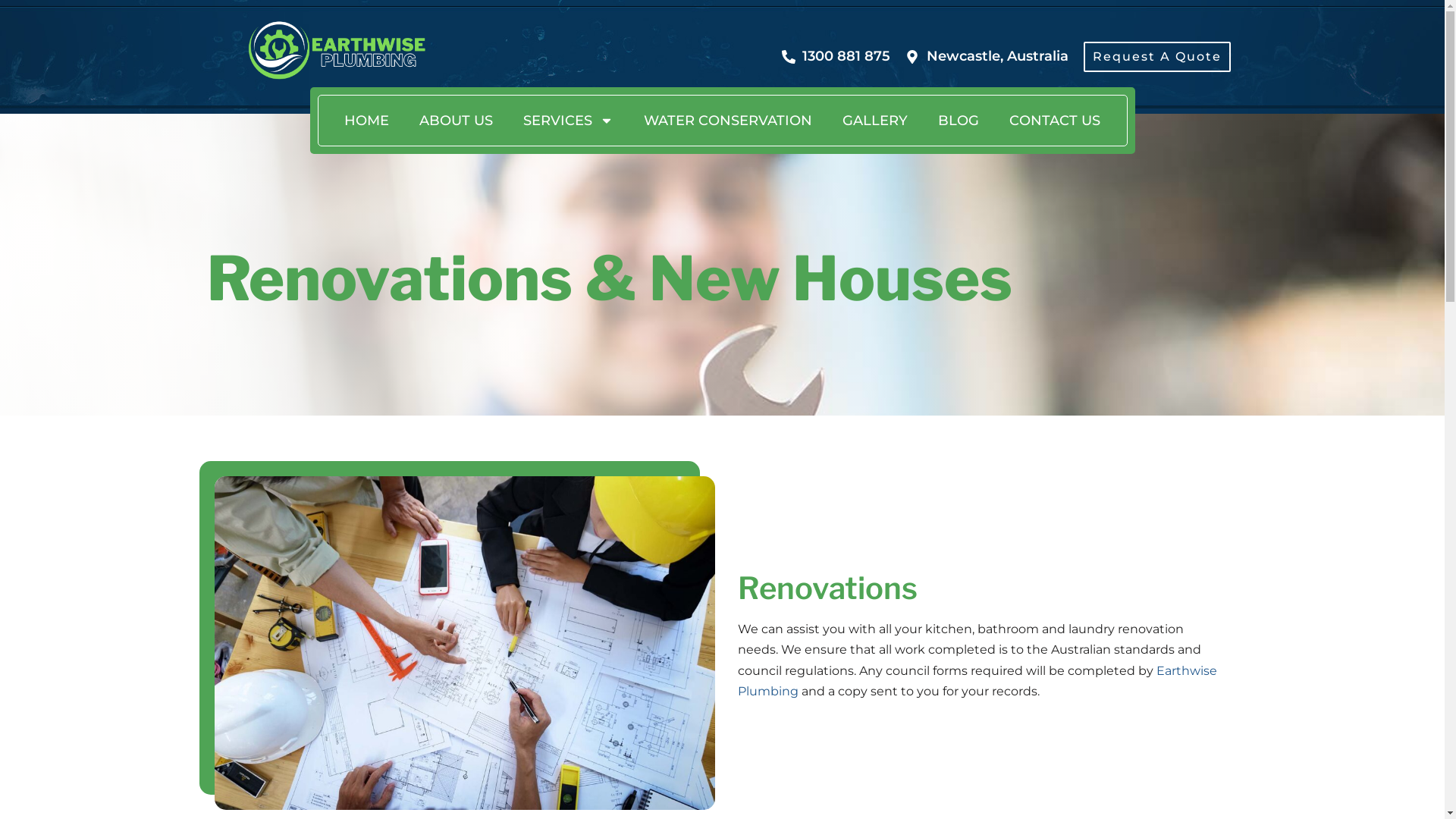  Describe the element at coordinates (835, 55) in the screenshot. I see `'1300 881 875'` at that location.